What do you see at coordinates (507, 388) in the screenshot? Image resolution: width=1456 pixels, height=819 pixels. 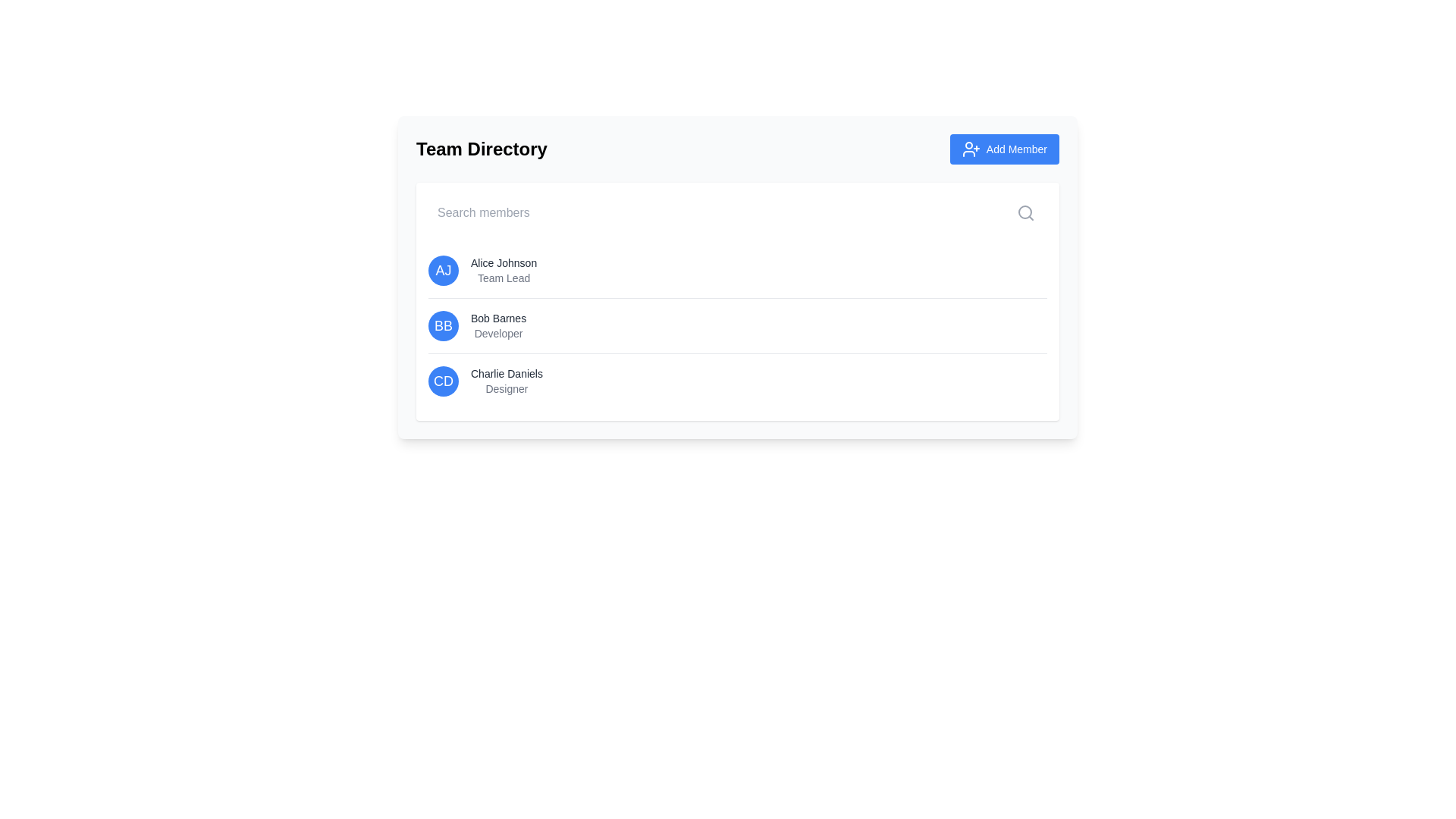 I see `the static text displaying the job title of 'Charlie Daniels', located directly beneath his name in the third entry of the member list` at bounding box center [507, 388].